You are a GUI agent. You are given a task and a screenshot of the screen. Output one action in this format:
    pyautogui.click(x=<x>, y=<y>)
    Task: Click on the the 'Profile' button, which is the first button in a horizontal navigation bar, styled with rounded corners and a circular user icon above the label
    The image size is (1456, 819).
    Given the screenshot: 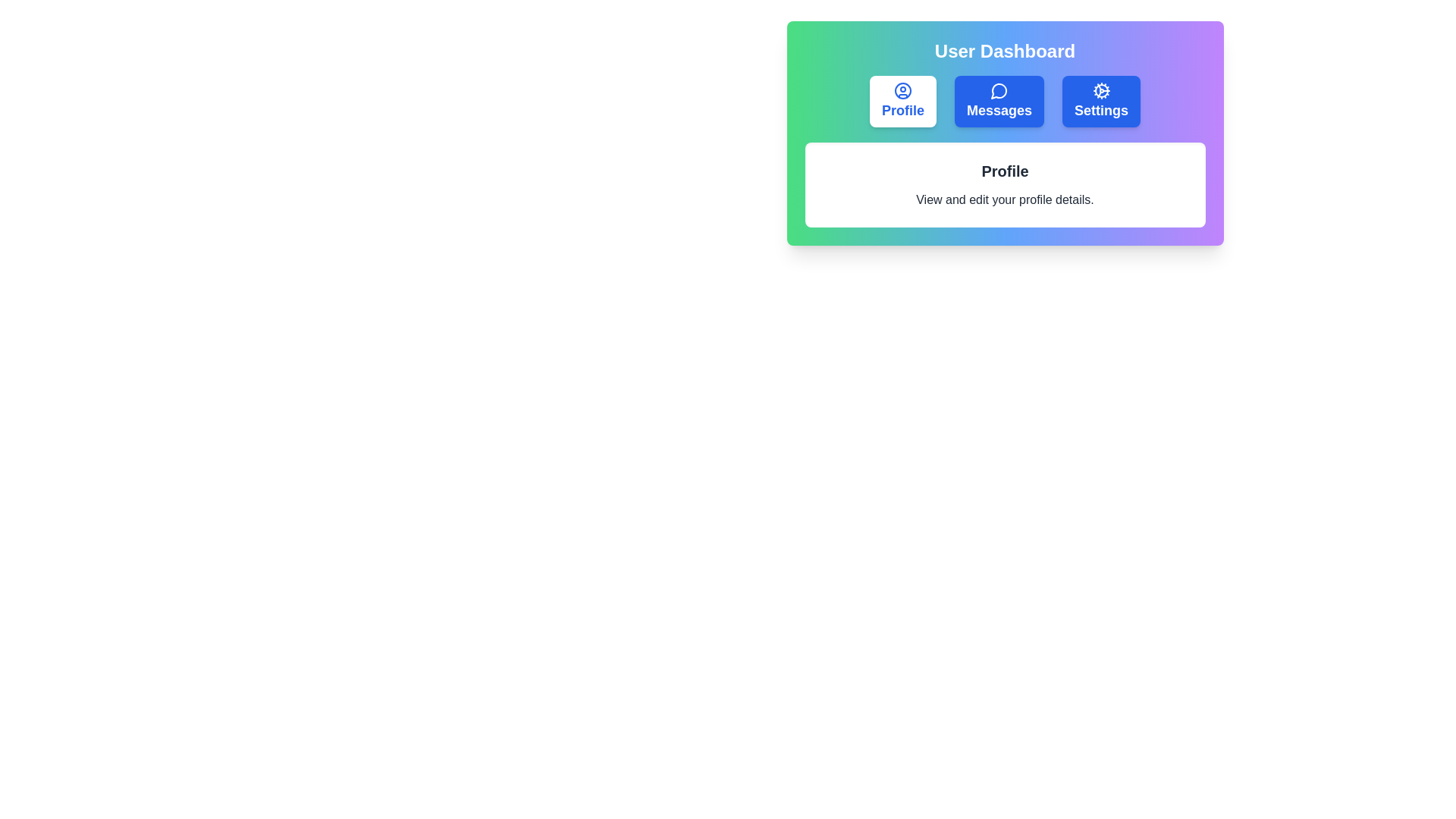 What is the action you would take?
    pyautogui.click(x=902, y=102)
    